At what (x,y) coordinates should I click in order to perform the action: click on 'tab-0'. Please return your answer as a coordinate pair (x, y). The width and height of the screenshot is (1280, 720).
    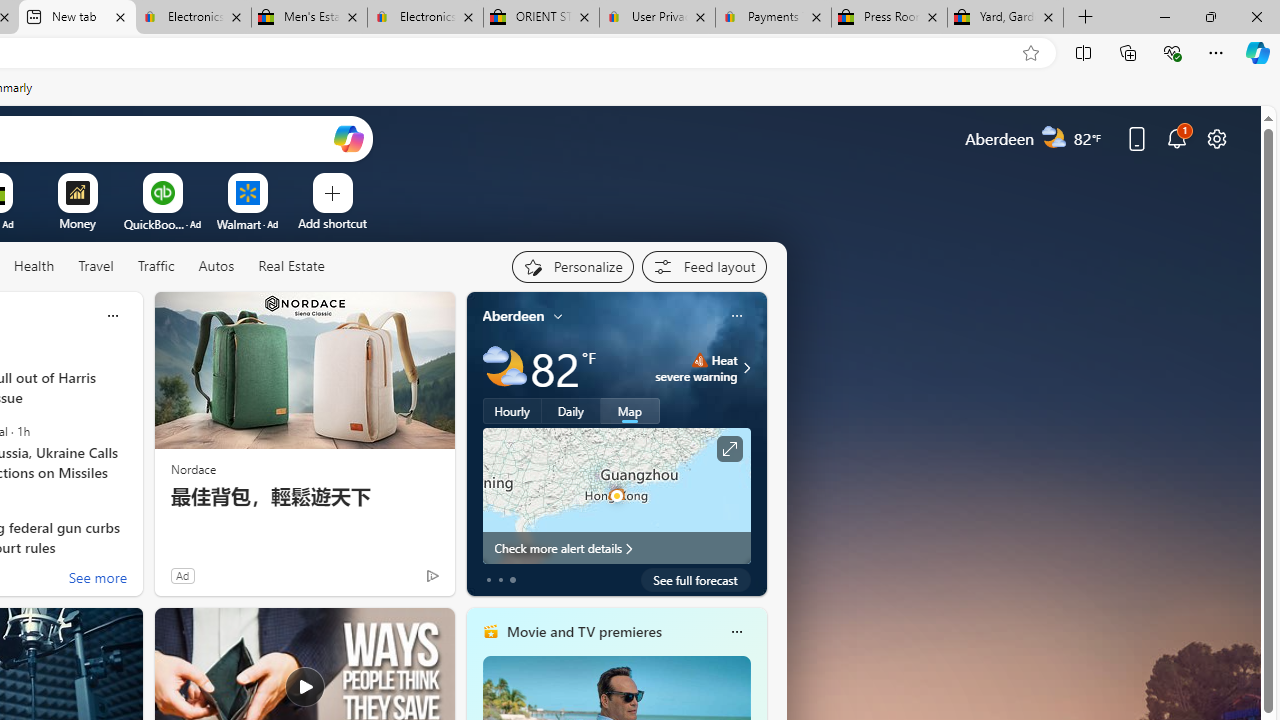
    Looking at the image, I should click on (488, 579).